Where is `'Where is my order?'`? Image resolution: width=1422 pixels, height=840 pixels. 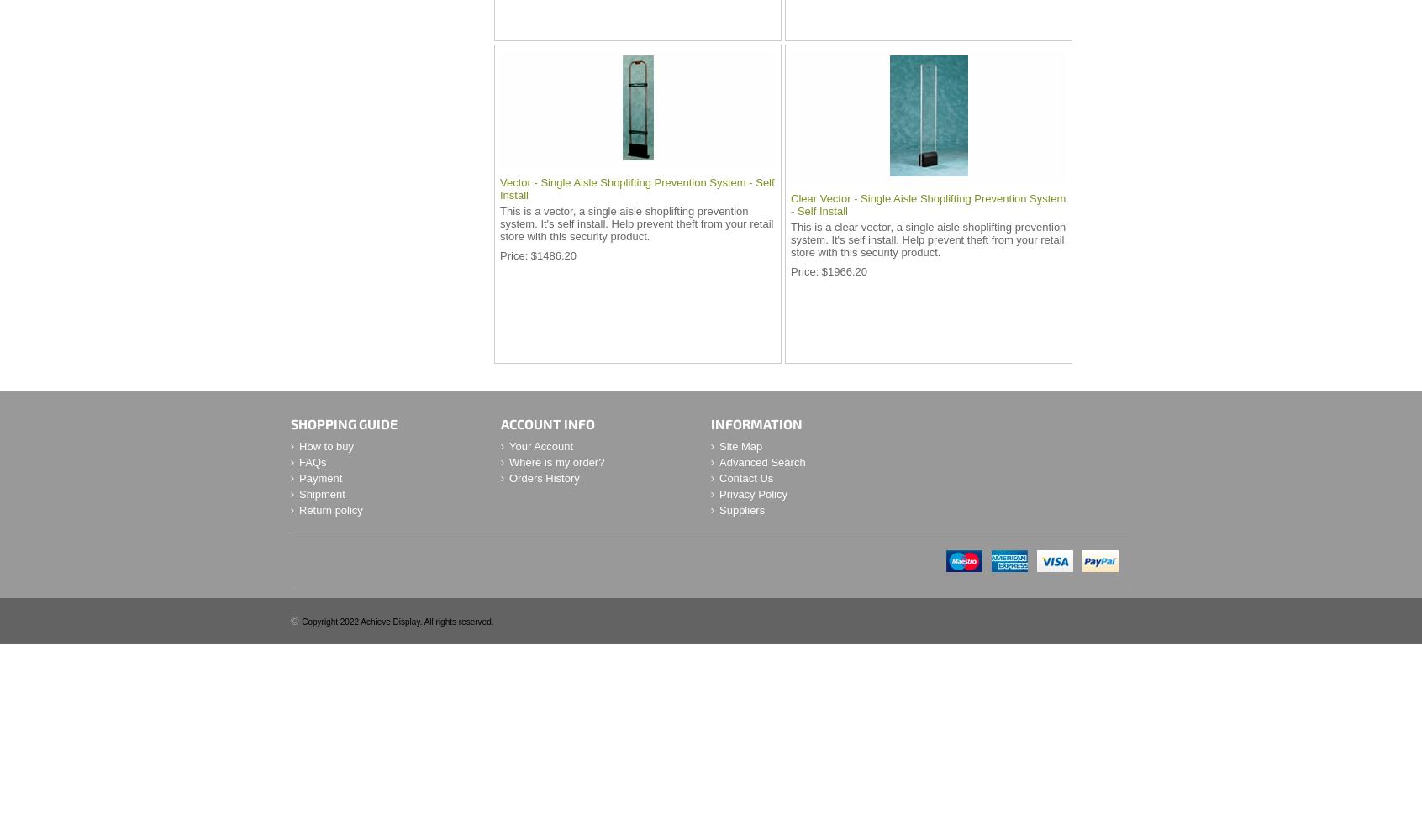 'Where is my order?' is located at coordinates (556, 462).